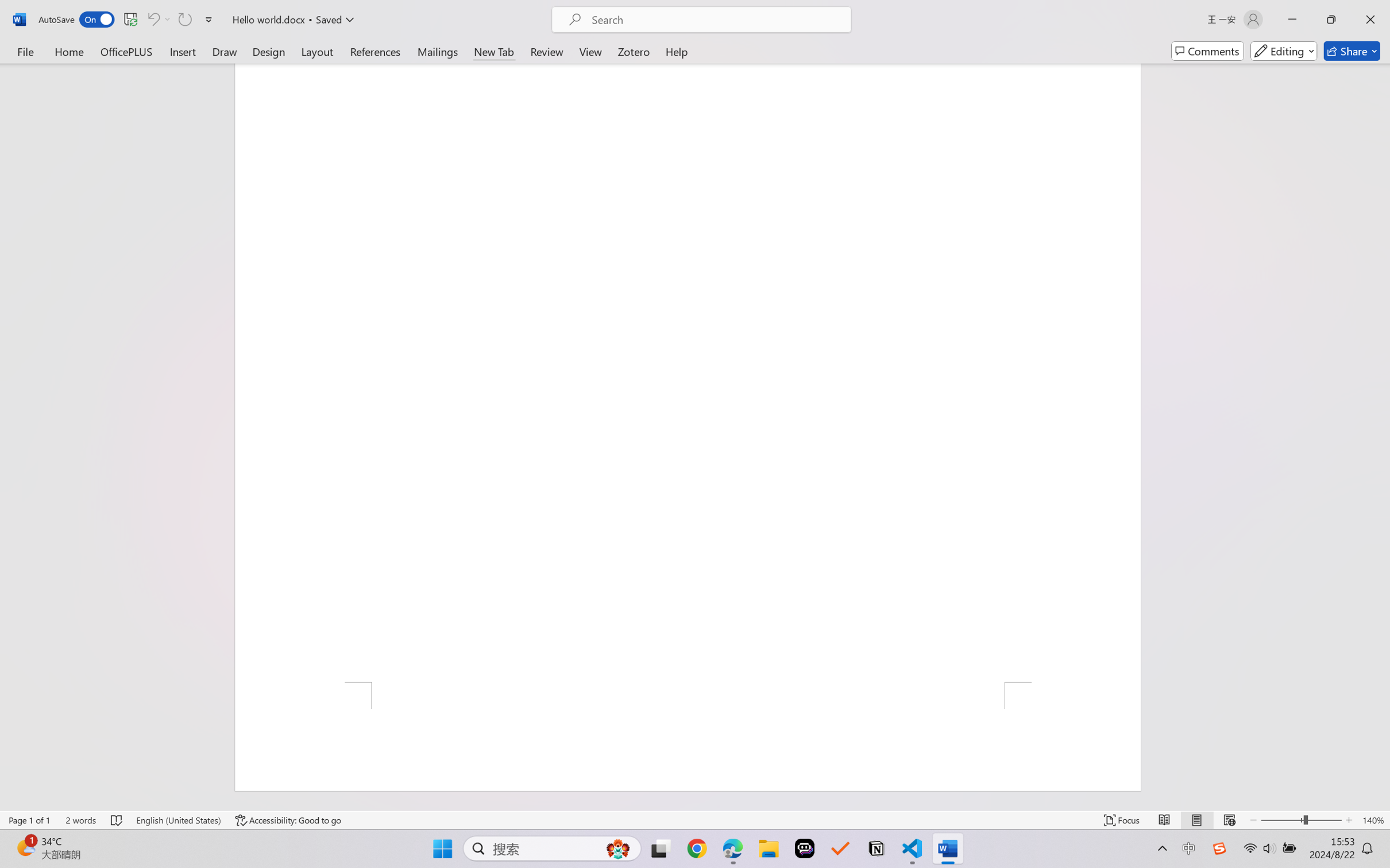  What do you see at coordinates (1229, 820) in the screenshot?
I see `'Web Layout'` at bounding box center [1229, 820].